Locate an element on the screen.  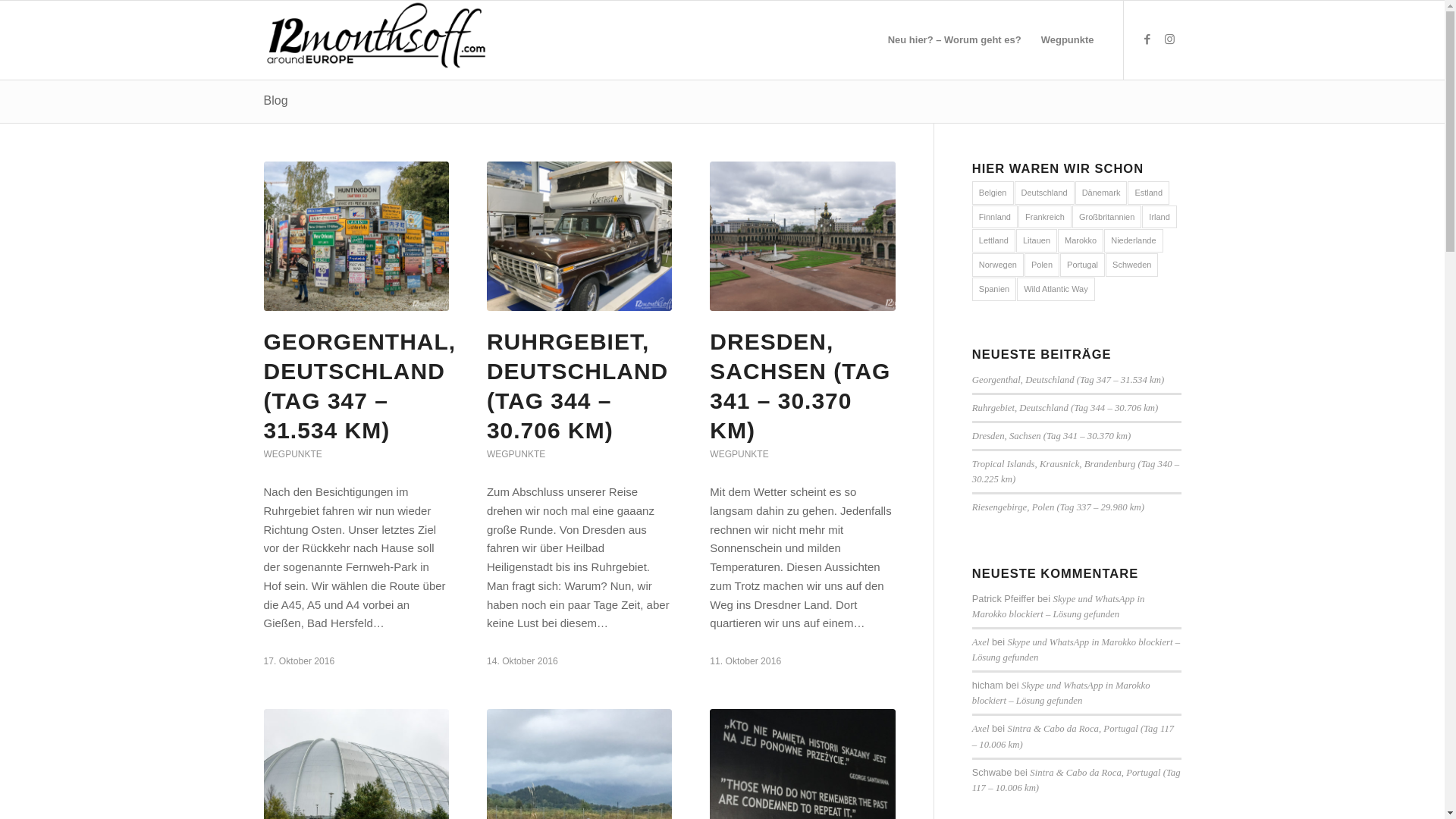
'WEGPUNKTE' is located at coordinates (293, 453).